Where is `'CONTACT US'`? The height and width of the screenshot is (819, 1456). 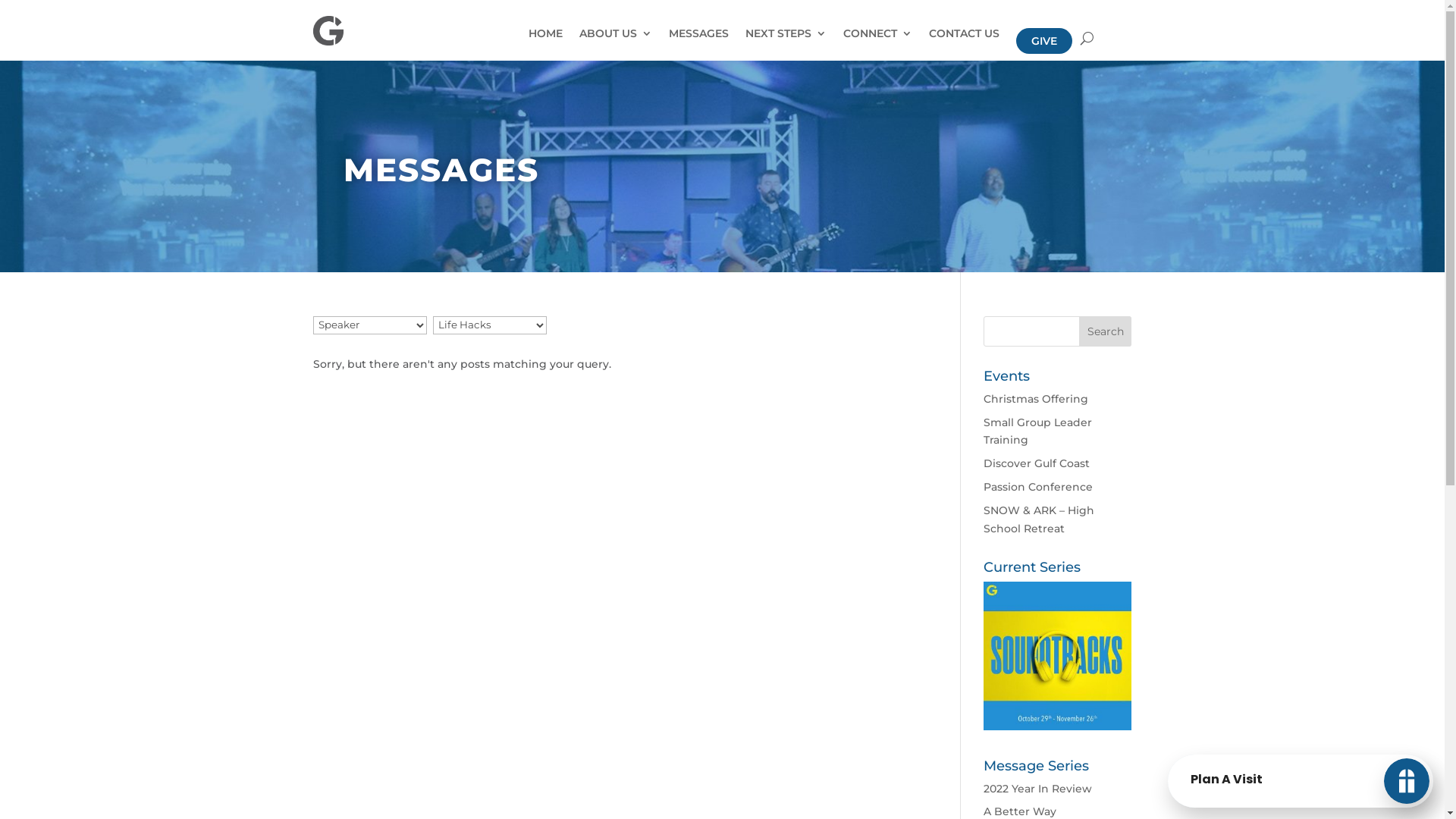 'CONTACT US' is located at coordinates (963, 40).